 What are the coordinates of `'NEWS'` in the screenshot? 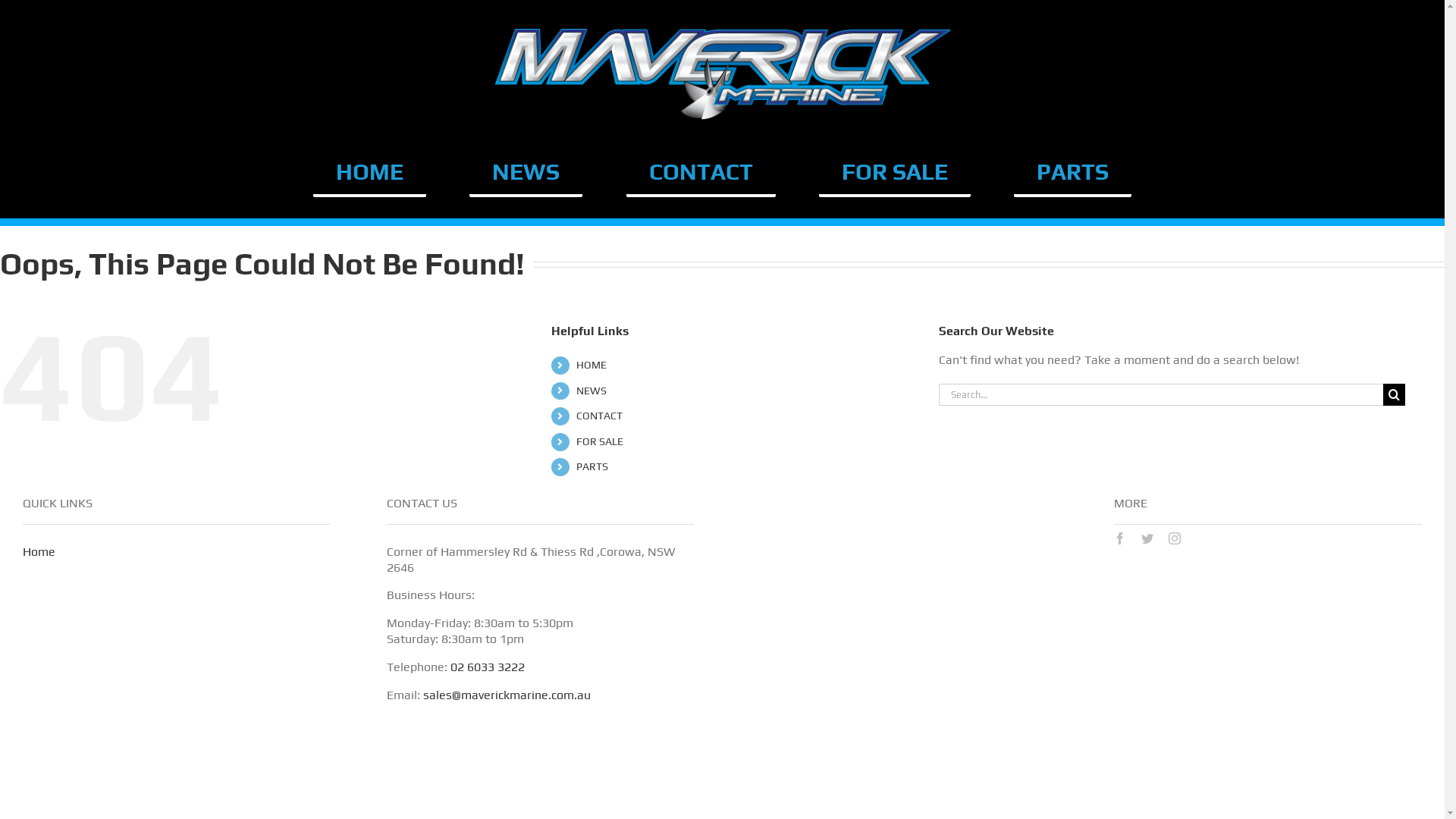 It's located at (526, 172).